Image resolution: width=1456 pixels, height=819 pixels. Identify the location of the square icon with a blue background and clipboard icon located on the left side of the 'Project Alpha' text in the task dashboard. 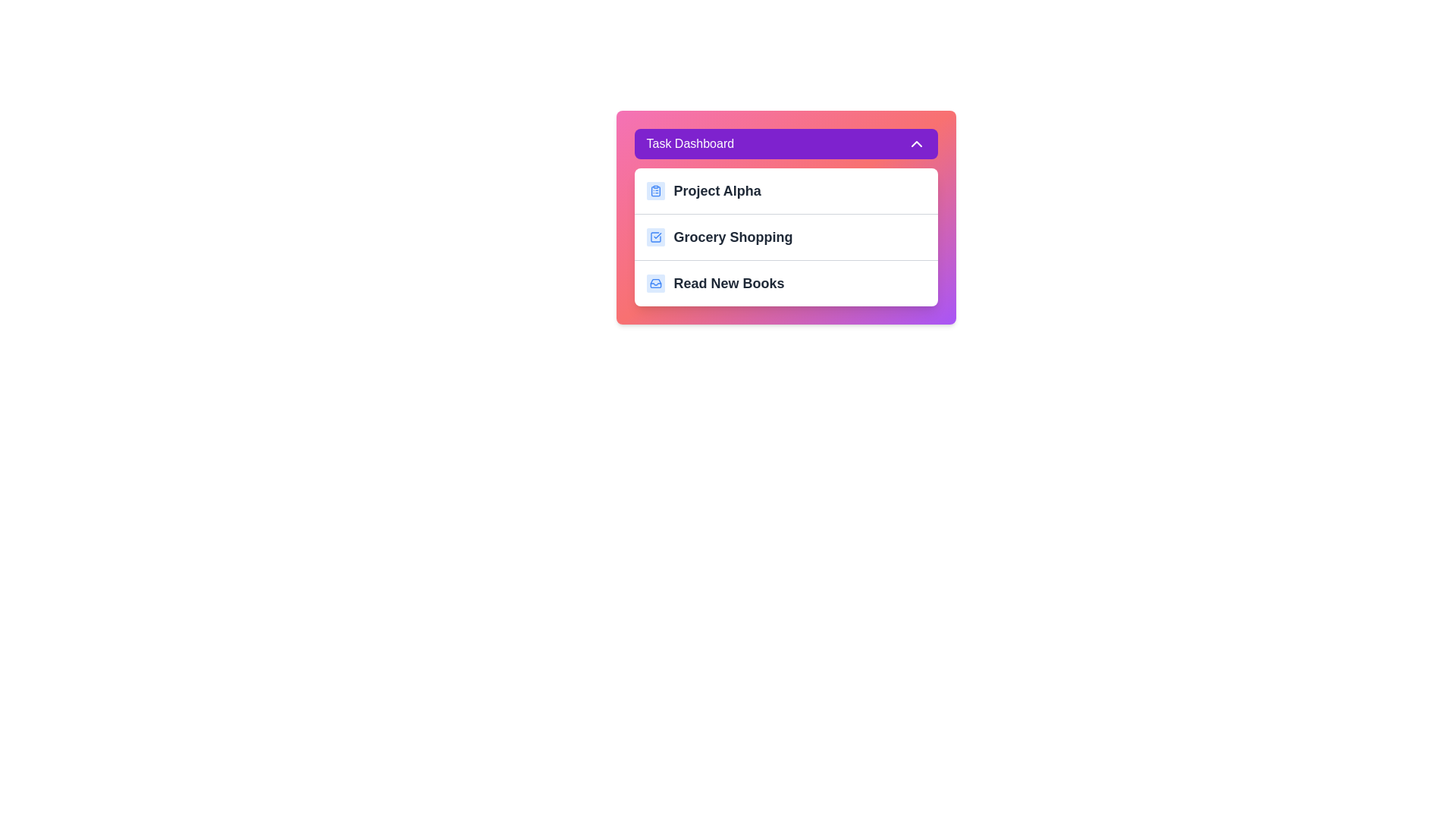
(655, 190).